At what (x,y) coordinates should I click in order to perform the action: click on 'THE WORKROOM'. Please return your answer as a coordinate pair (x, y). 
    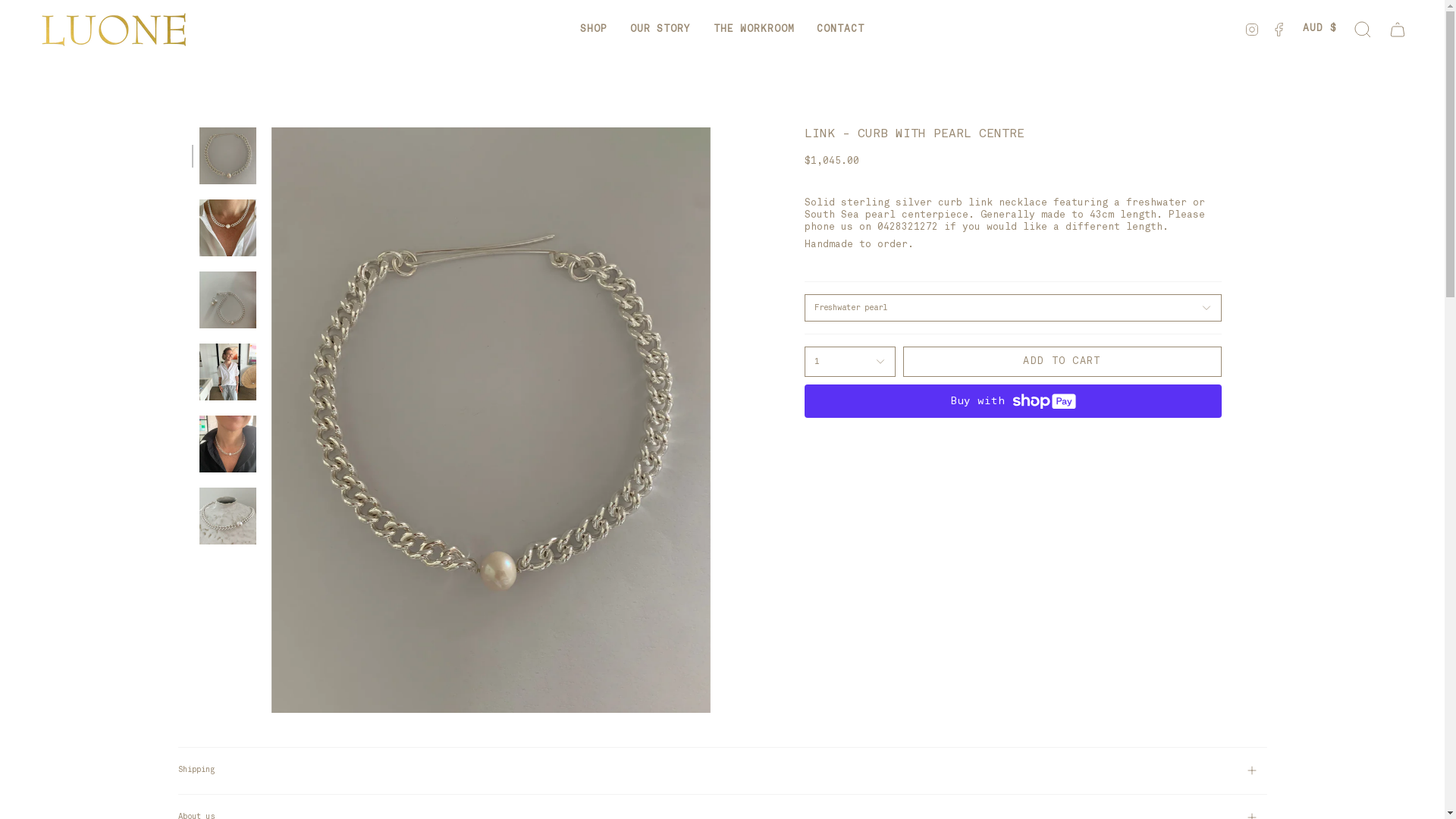
    Looking at the image, I should click on (701, 29).